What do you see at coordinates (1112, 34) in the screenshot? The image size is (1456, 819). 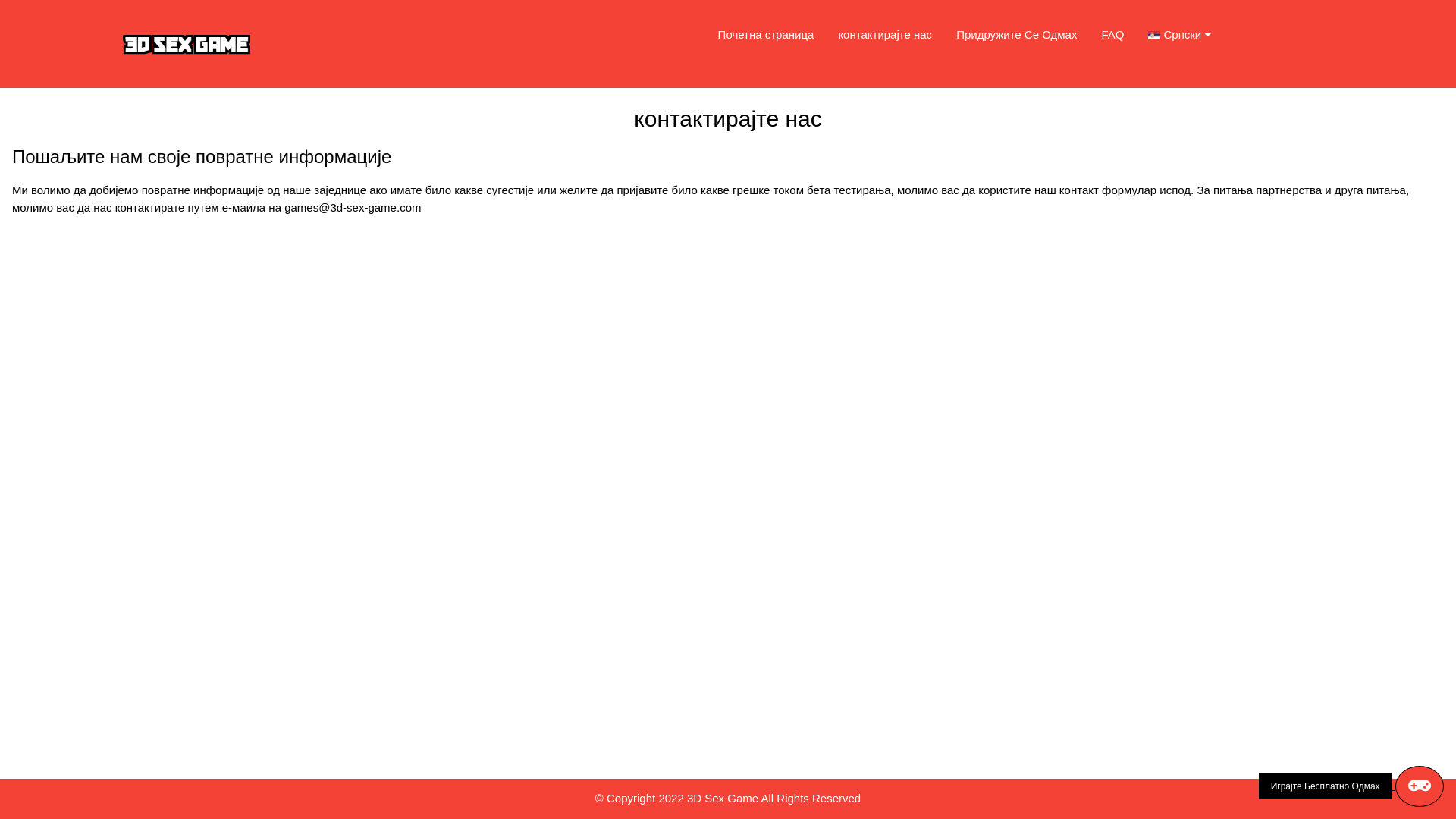 I see `'FAQ'` at bounding box center [1112, 34].